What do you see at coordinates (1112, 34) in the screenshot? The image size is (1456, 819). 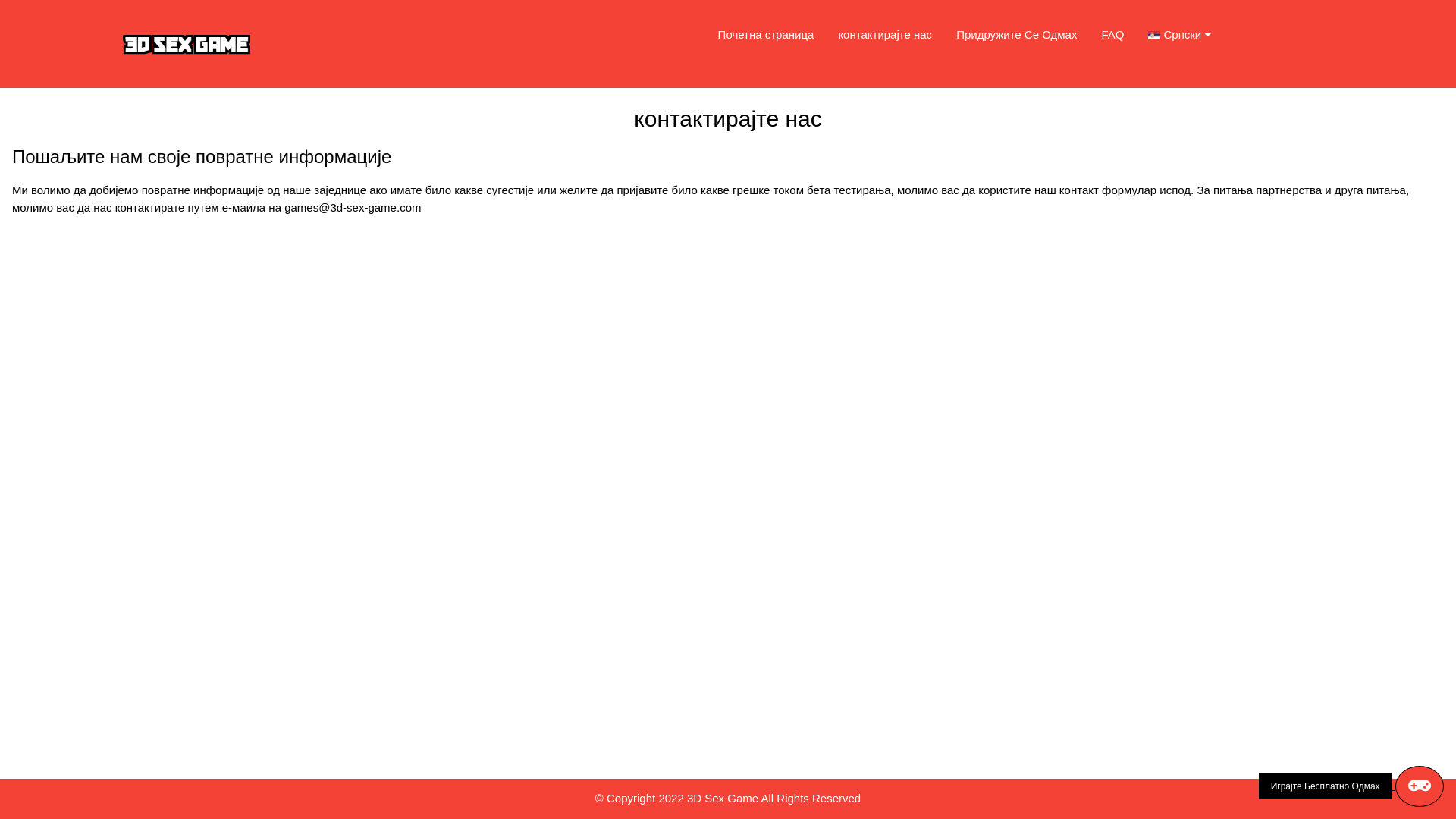 I see `'FAQ'` at bounding box center [1112, 34].